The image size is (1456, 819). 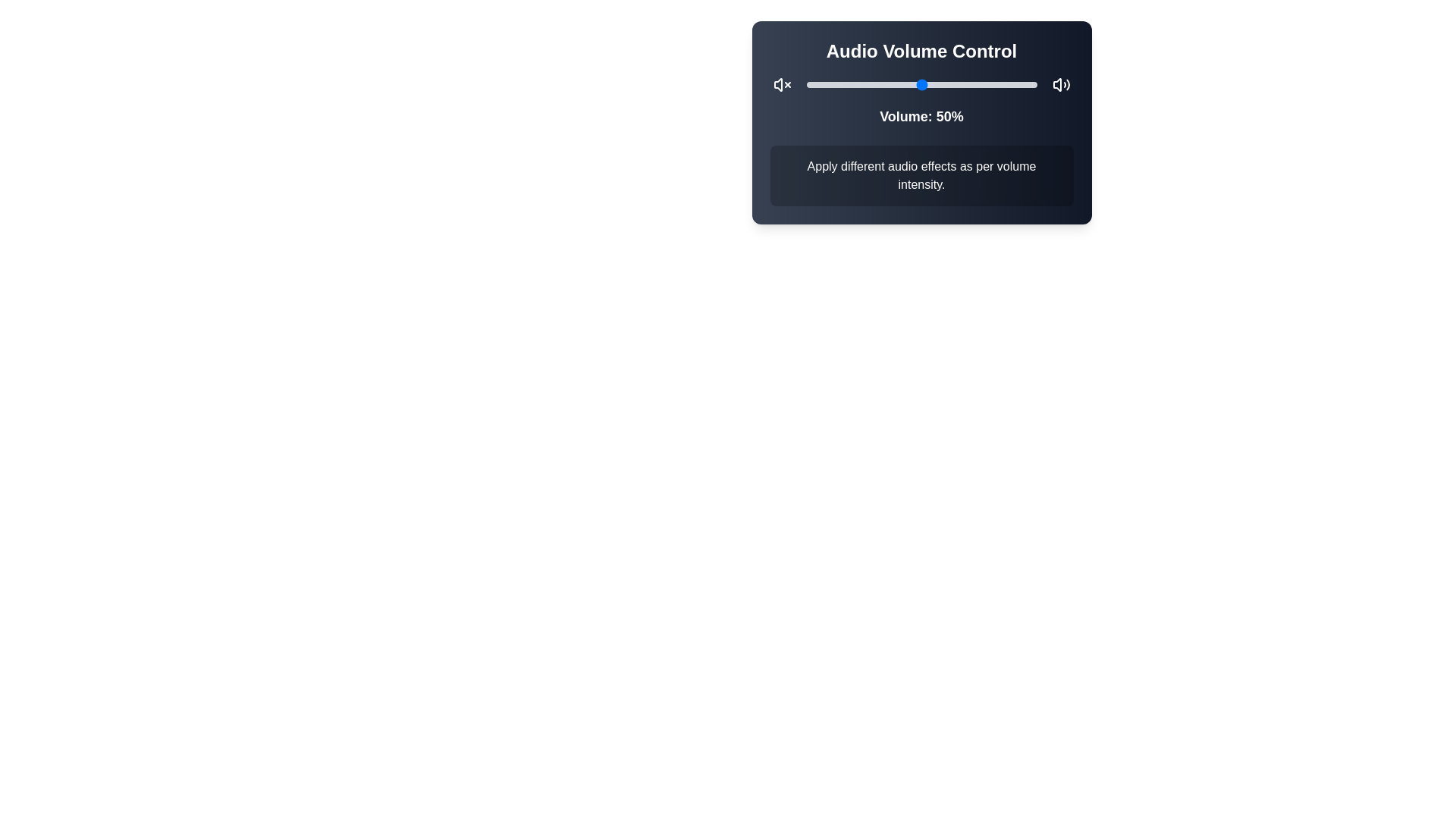 I want to click on the volume slider to set the volume to 96%, so click(x=1028, y=84).